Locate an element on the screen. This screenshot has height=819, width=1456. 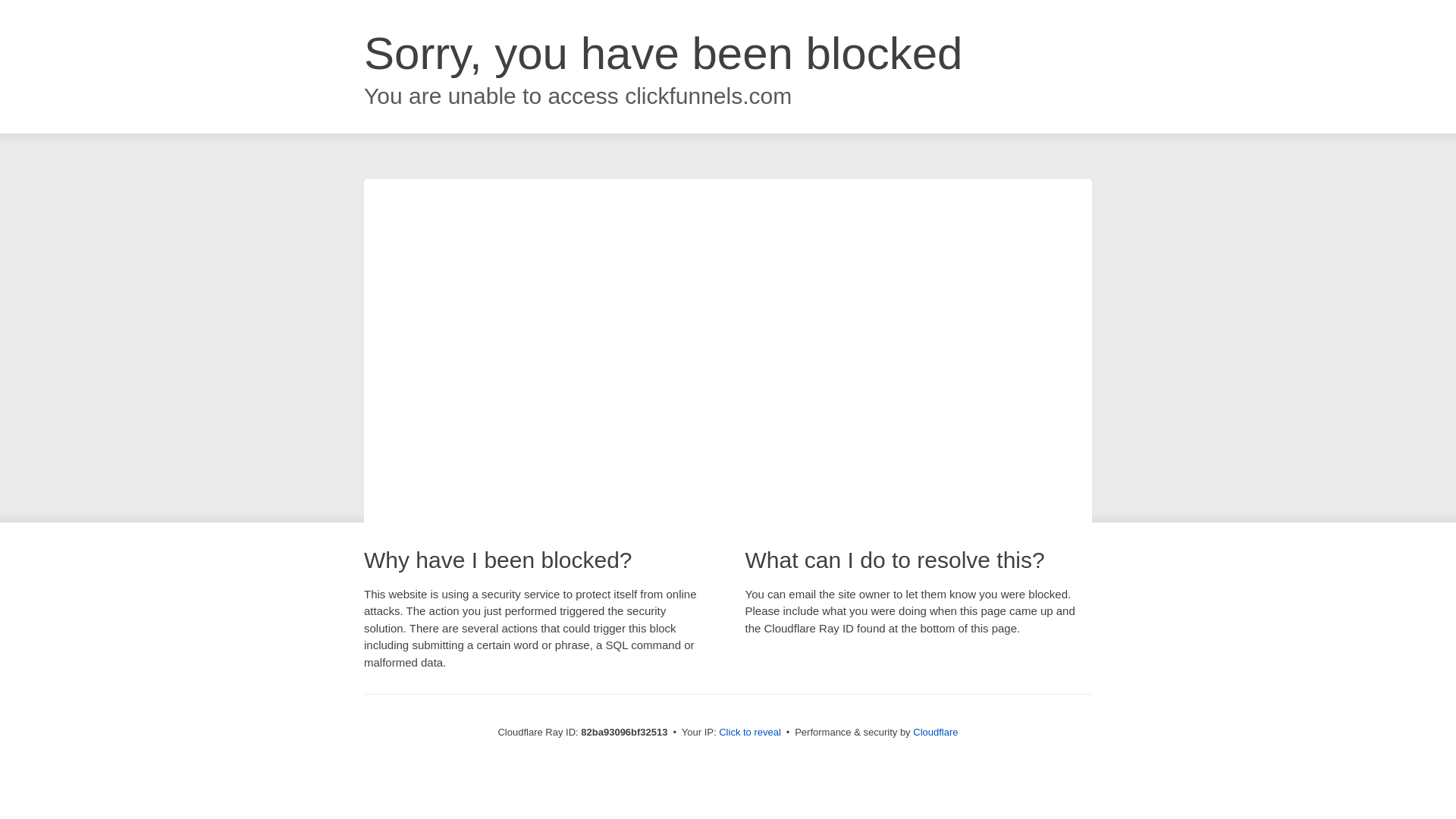
'Click to reveal' is located at coordinates (749, 731).